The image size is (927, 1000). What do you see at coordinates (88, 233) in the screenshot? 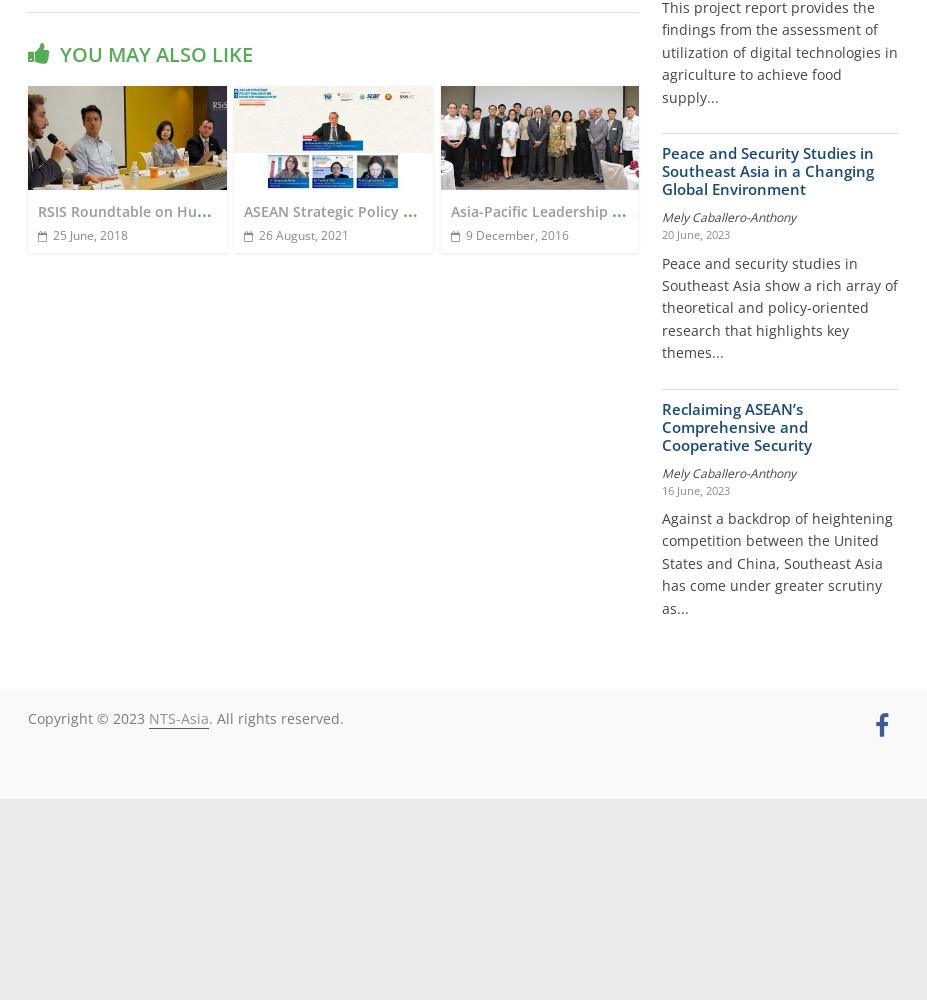
I see `'25 June, 2018'` at bounding box center [88, 233].